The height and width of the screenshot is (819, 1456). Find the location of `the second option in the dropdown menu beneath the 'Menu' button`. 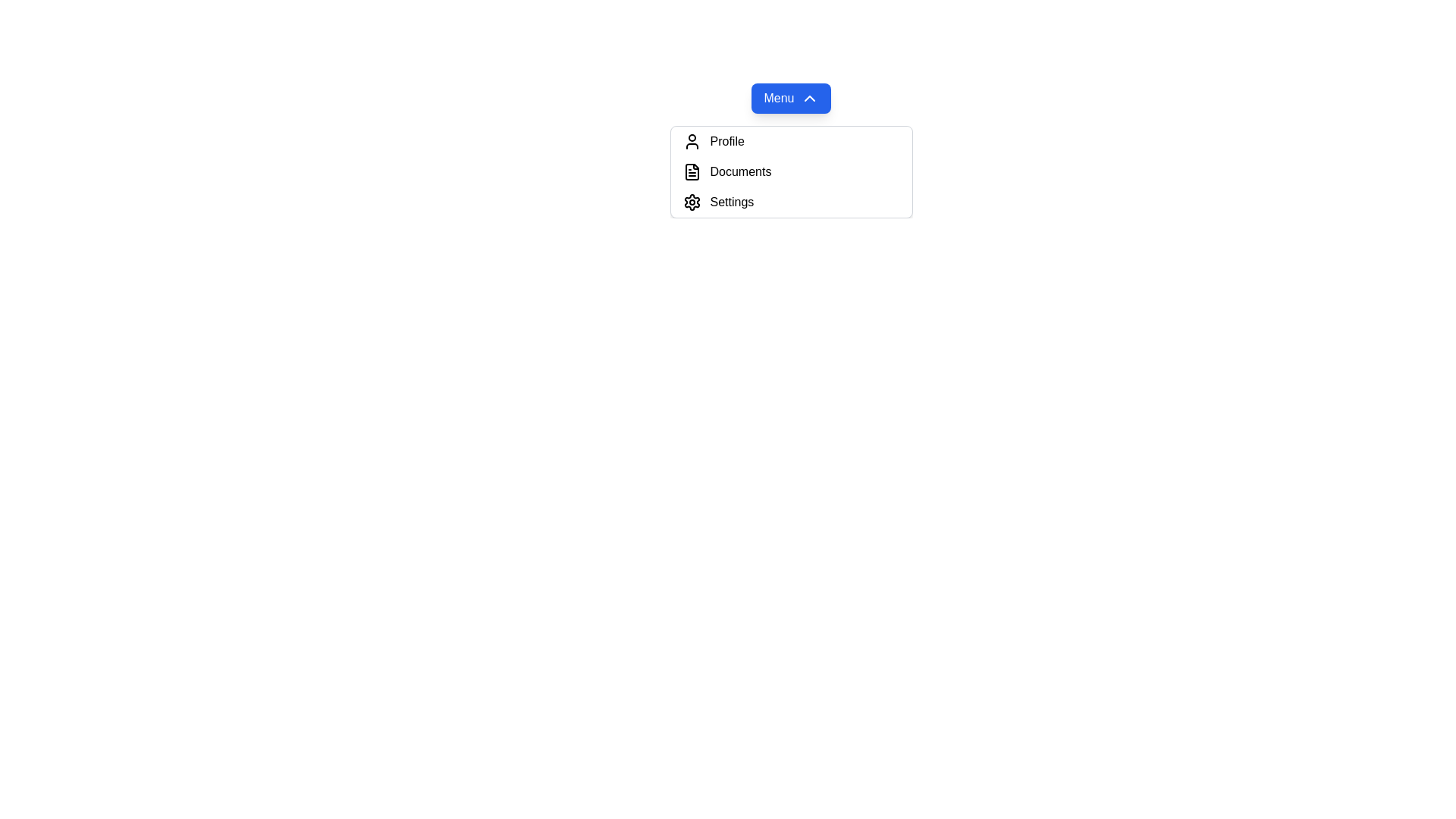

the second option in the dropdown menu beneath the 'Menu' button is located at coordinates (740, 171).